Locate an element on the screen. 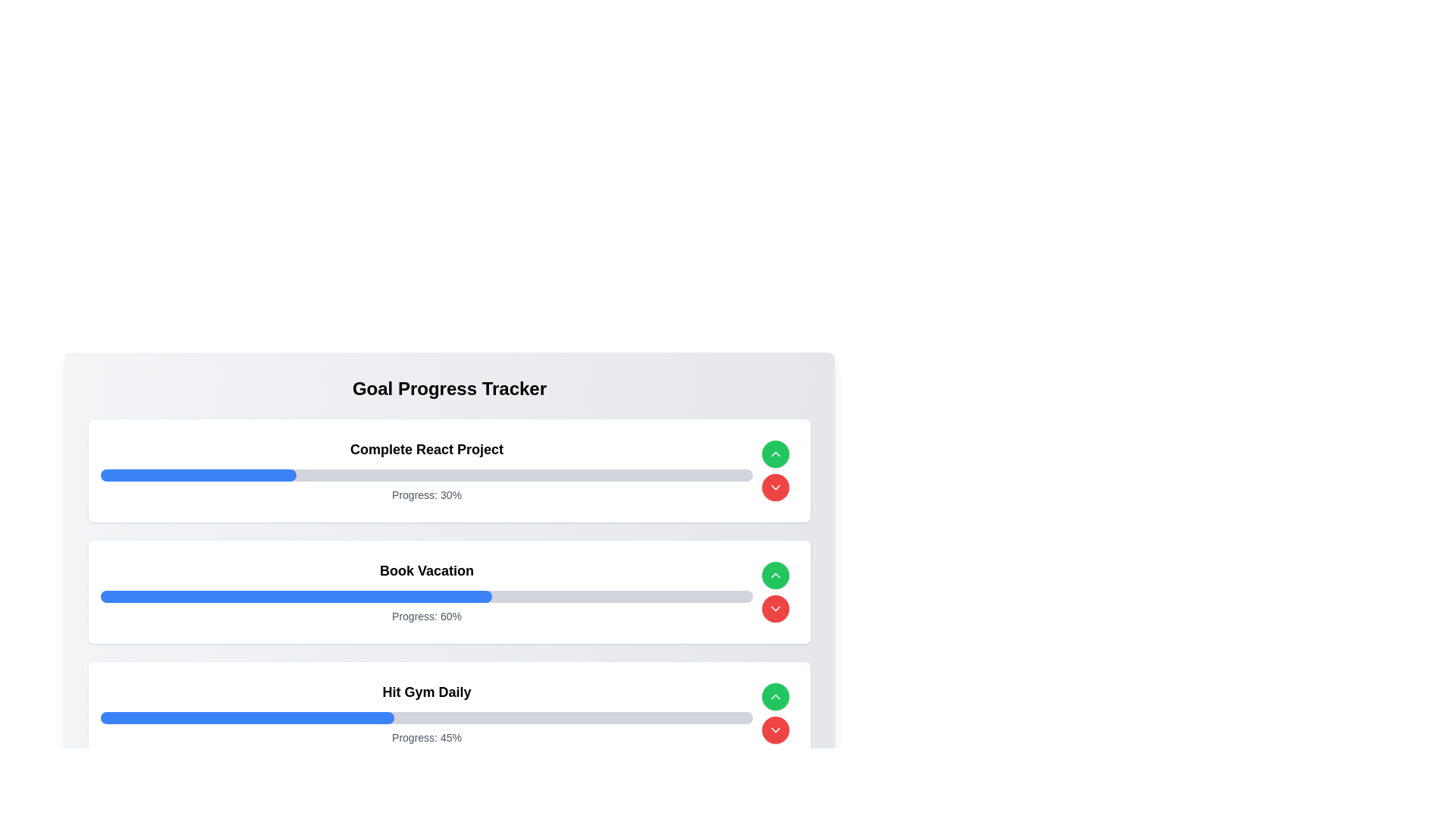 This screenshot has height=819, width=1456. the circular button with a red background and a white downward chevron icon located beneath the green circular button in the 'Complete React Project' section is located at coordinates (775, 488).